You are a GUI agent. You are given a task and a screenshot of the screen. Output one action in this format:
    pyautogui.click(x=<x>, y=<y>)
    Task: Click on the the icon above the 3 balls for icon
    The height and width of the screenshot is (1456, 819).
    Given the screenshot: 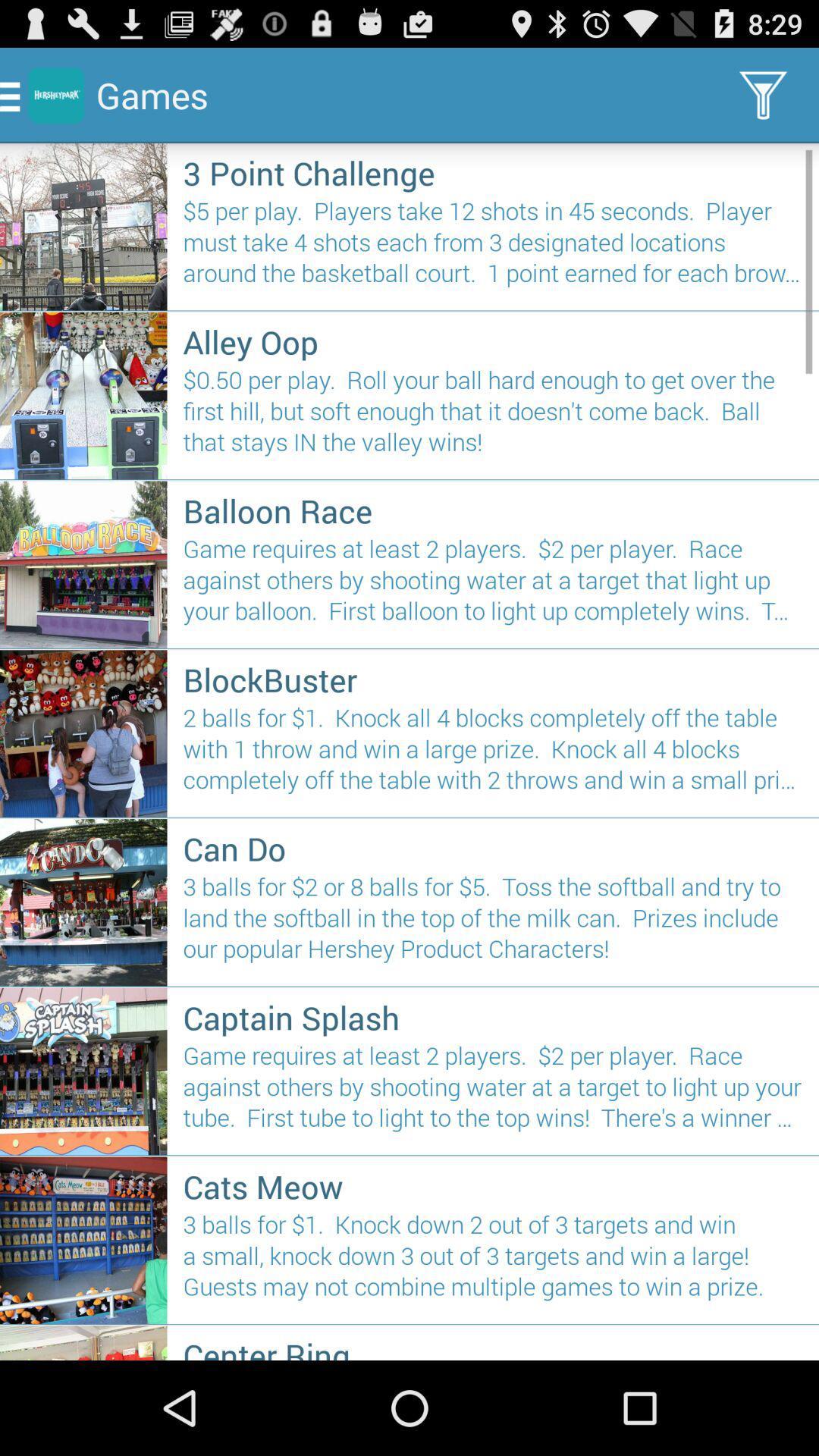 What is the action you would take?
    pyautogui.click(x=493, y=847)
    